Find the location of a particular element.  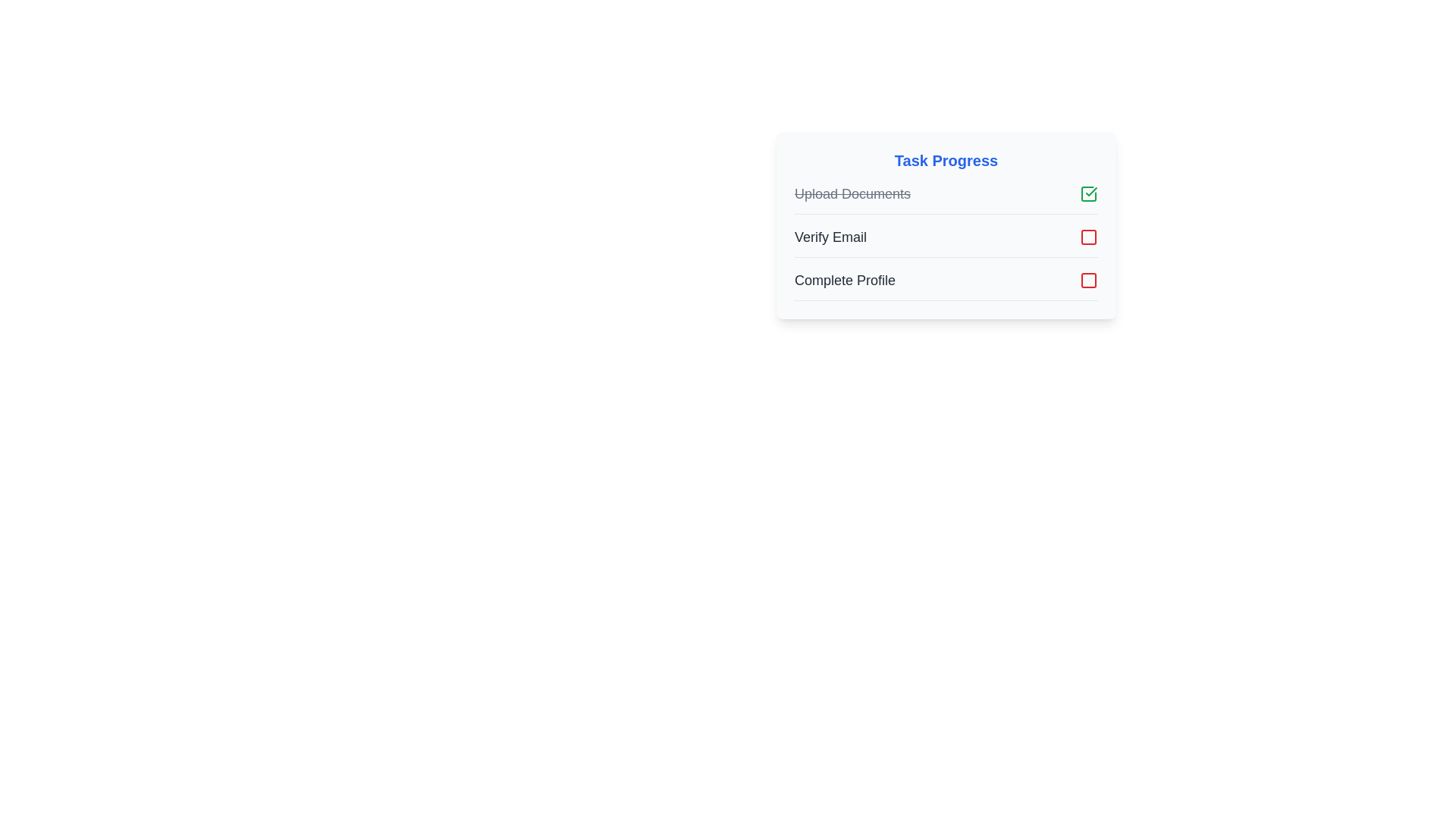

the 'Complete Profile' task item checkbox is located at coordinates (946, 285).